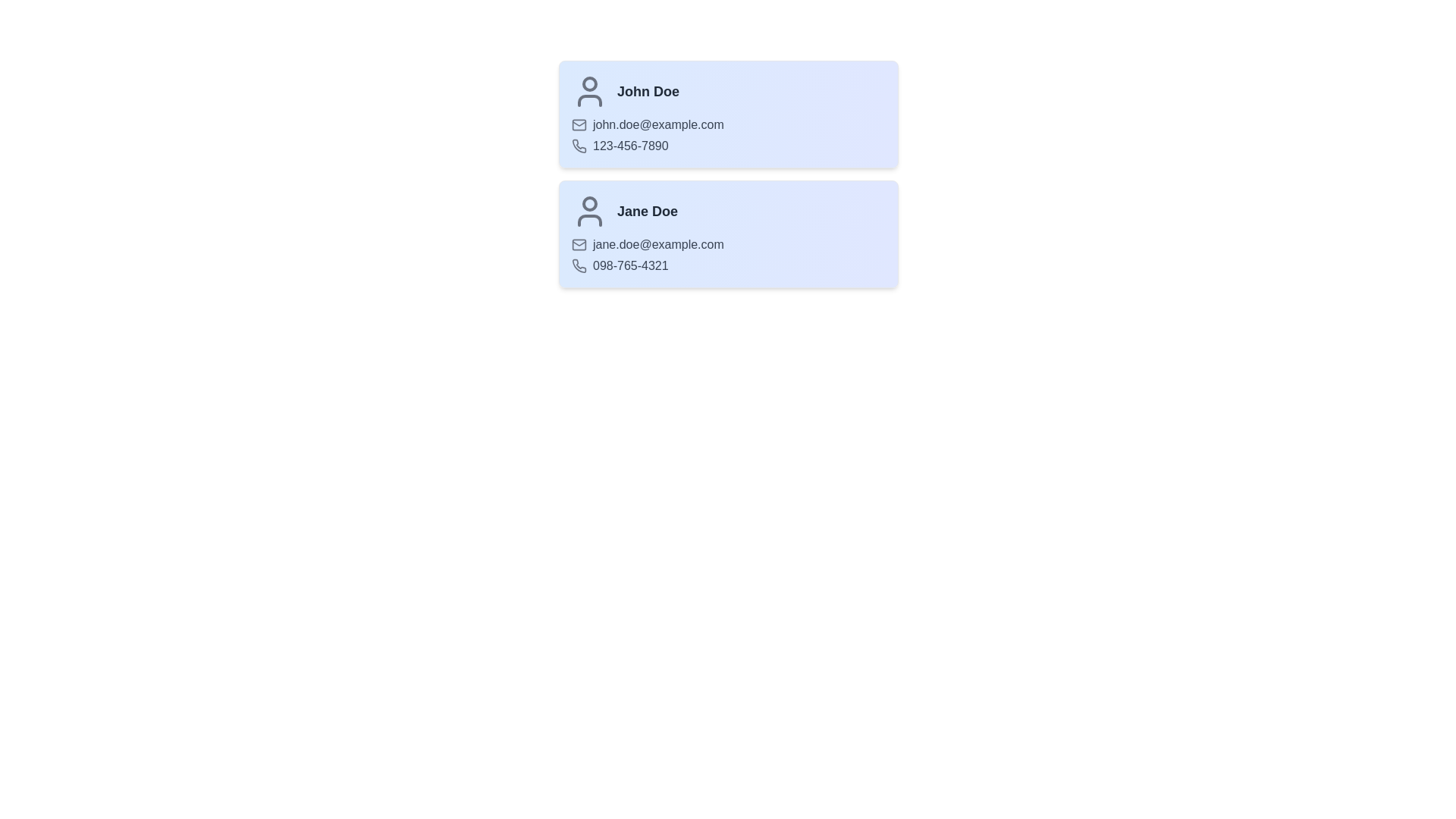  I want to click on the phone icon for Jane Doe, so click(578, 265).